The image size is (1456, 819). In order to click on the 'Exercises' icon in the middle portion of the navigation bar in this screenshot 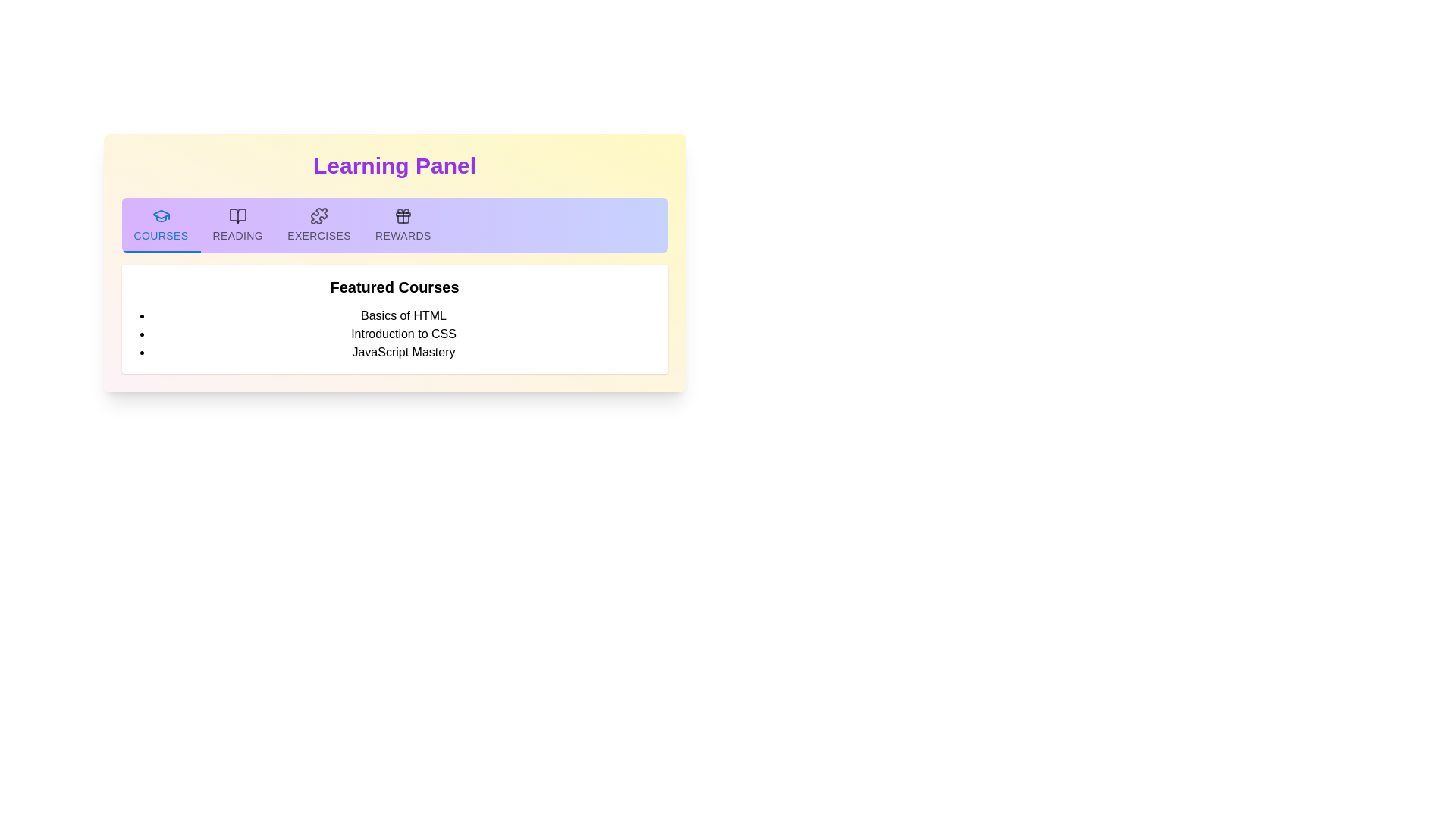, I will do `click(318, 216)`.